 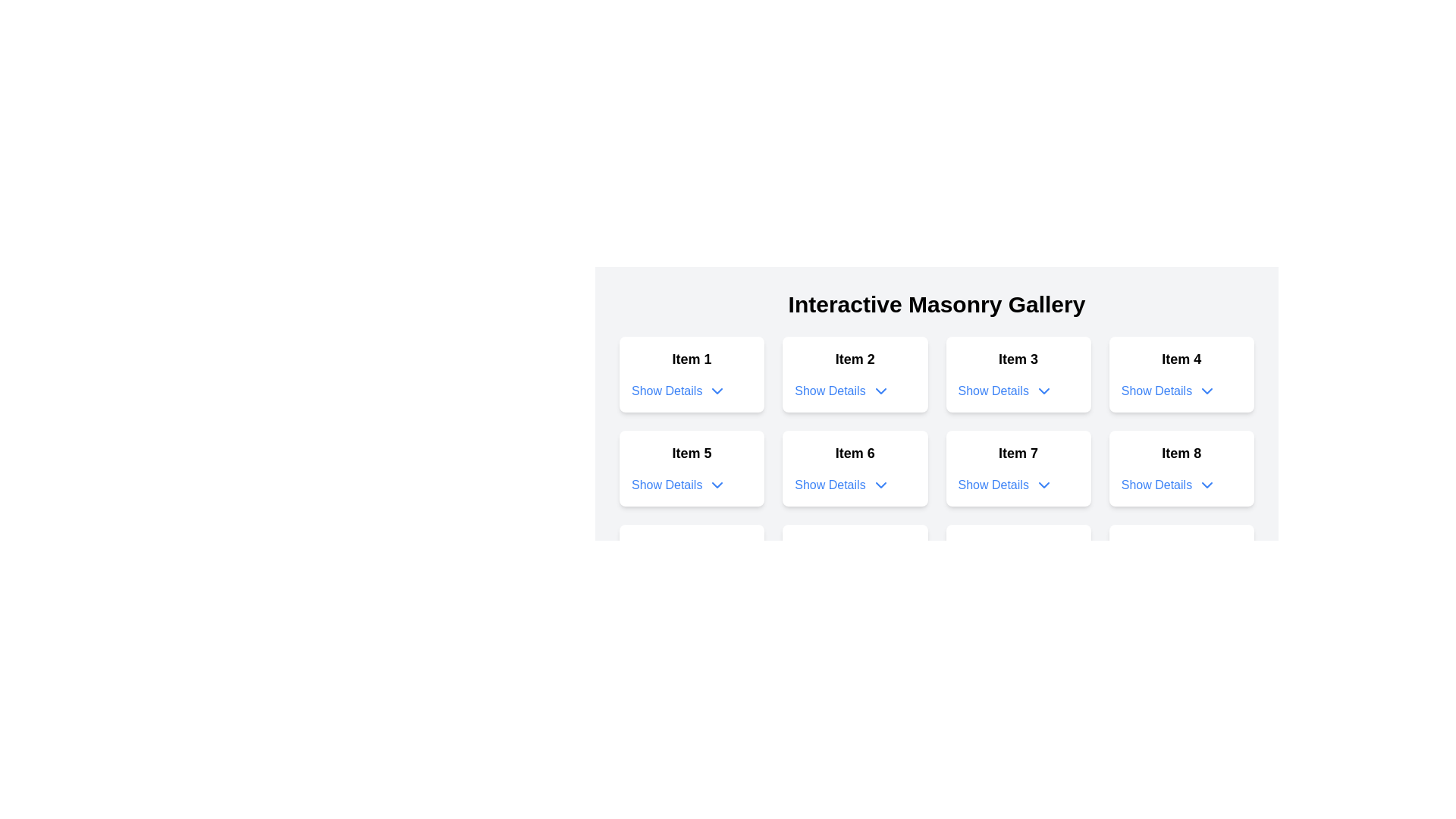 I want to click on the downward-facing chevron icon styled with a blue stroke, located to the right of the text 'Show Details', so click(x=717, y=485).